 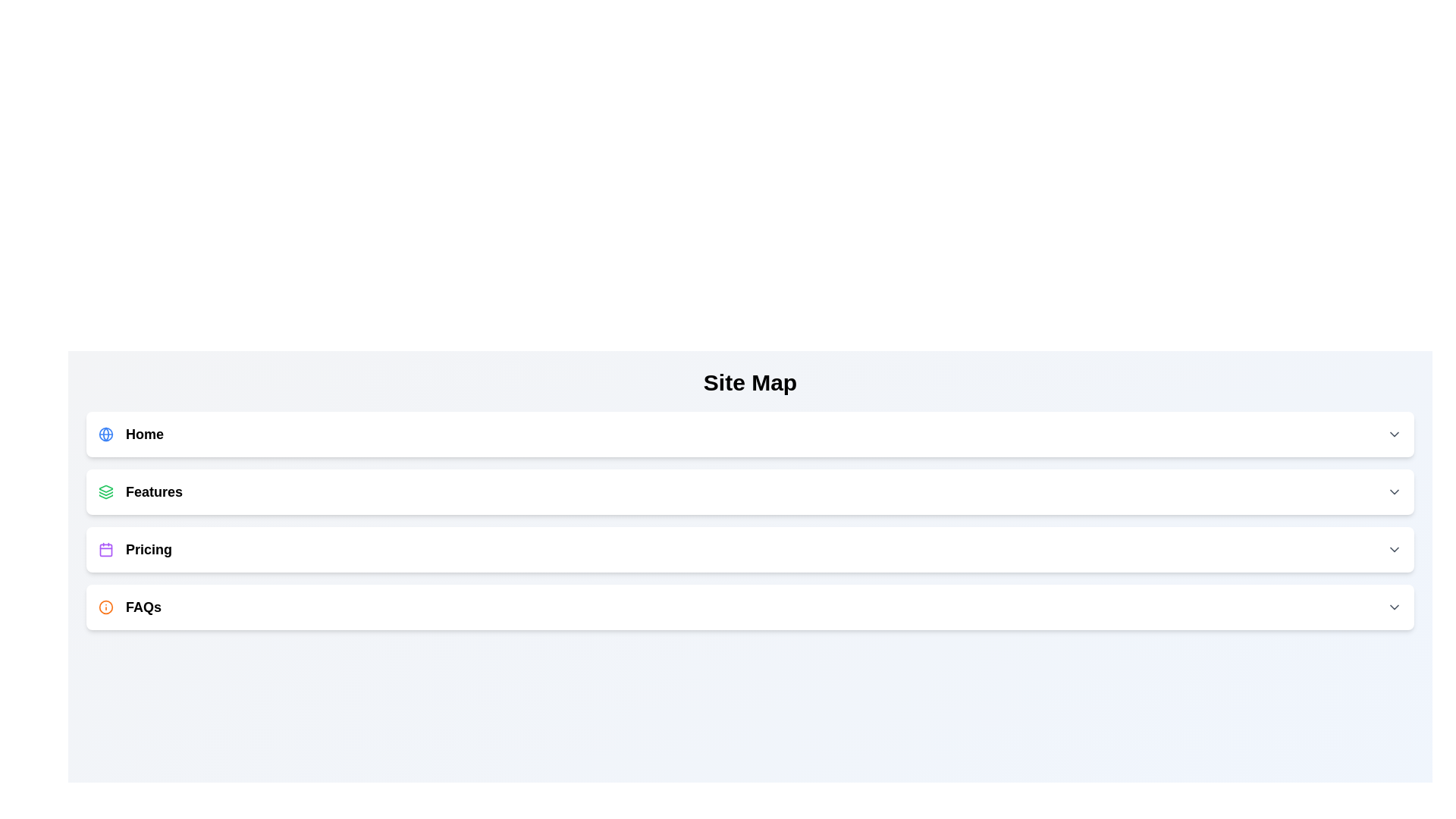 I want to click on the green layered rectangles icon located to the left of the 'Features' text in the second row of the list, so click(x=105, y=491).